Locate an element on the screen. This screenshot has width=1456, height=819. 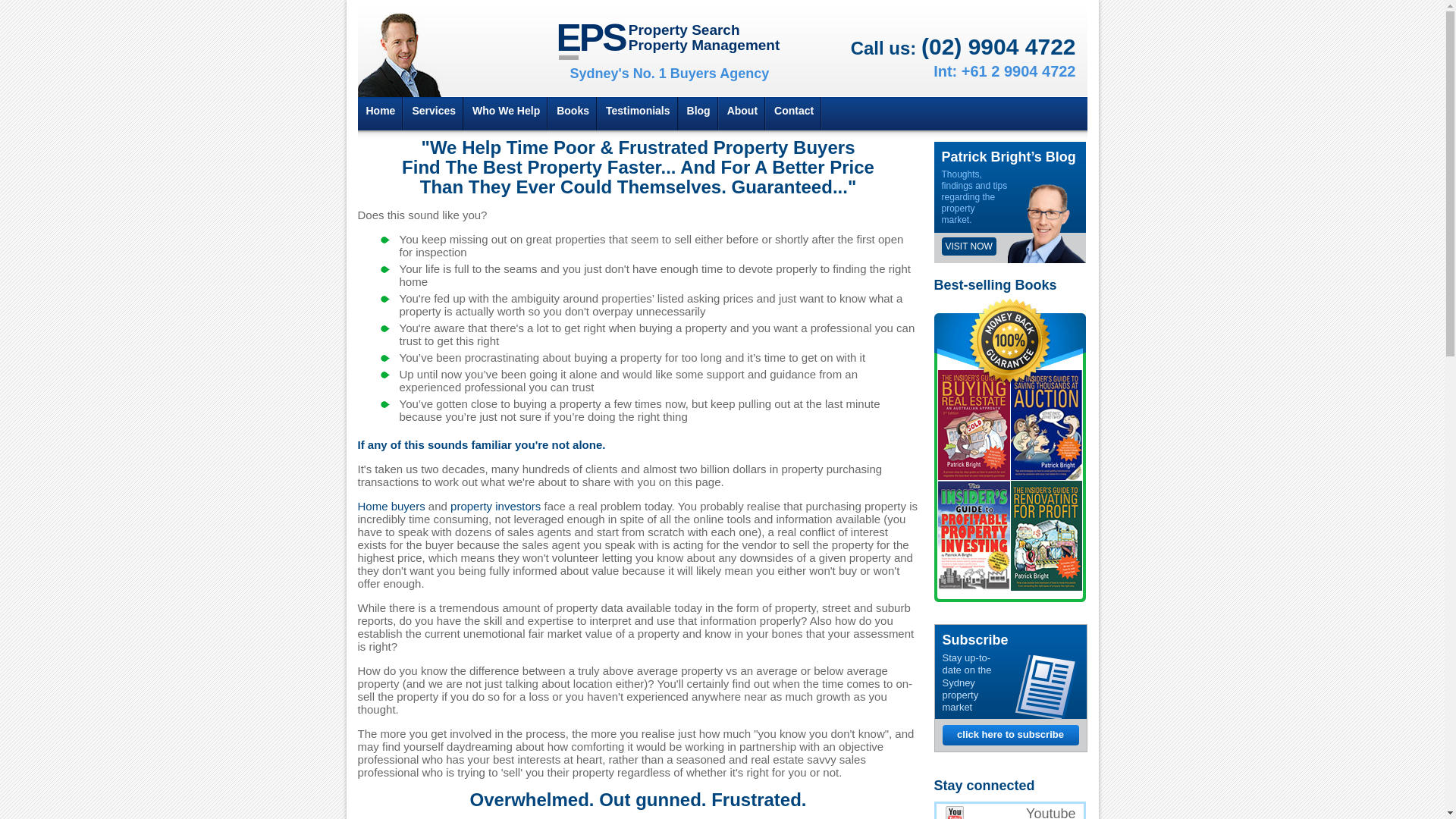
'Testimonials' is located at coordinates (600, 113).